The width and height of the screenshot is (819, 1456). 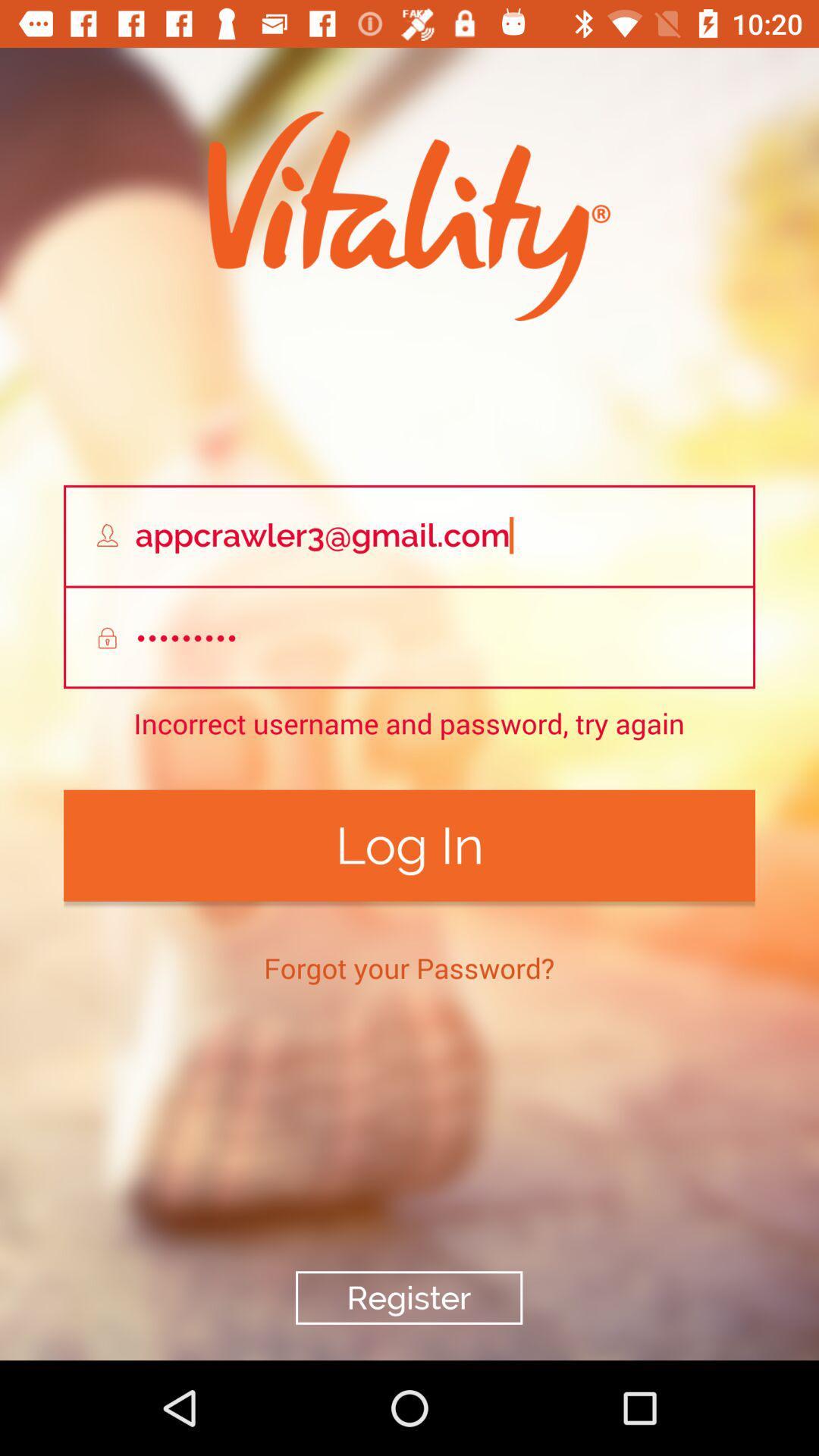 I want to click on item above the register, so click(x=408, y=967).